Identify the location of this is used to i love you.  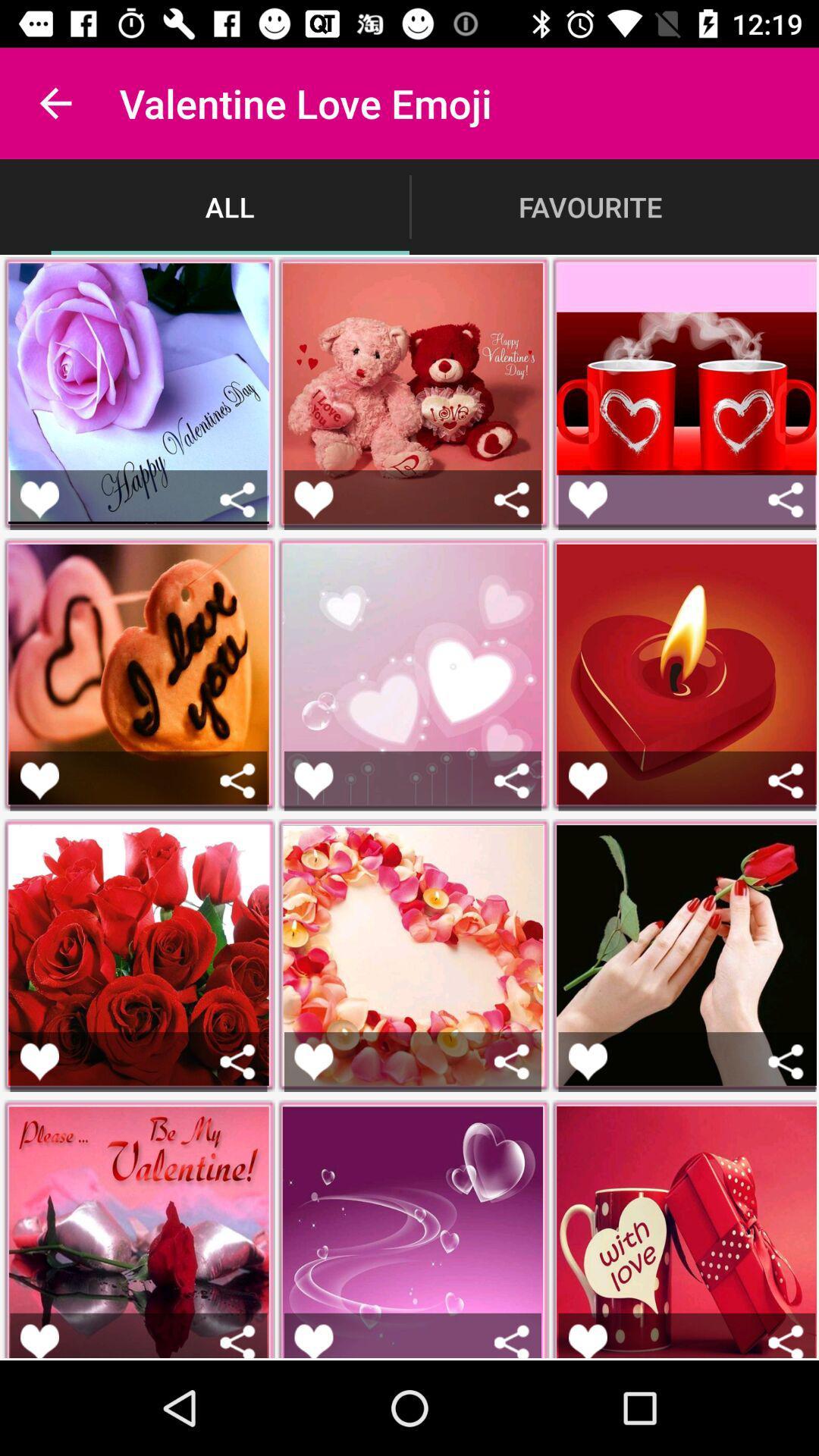
(312, 1341).